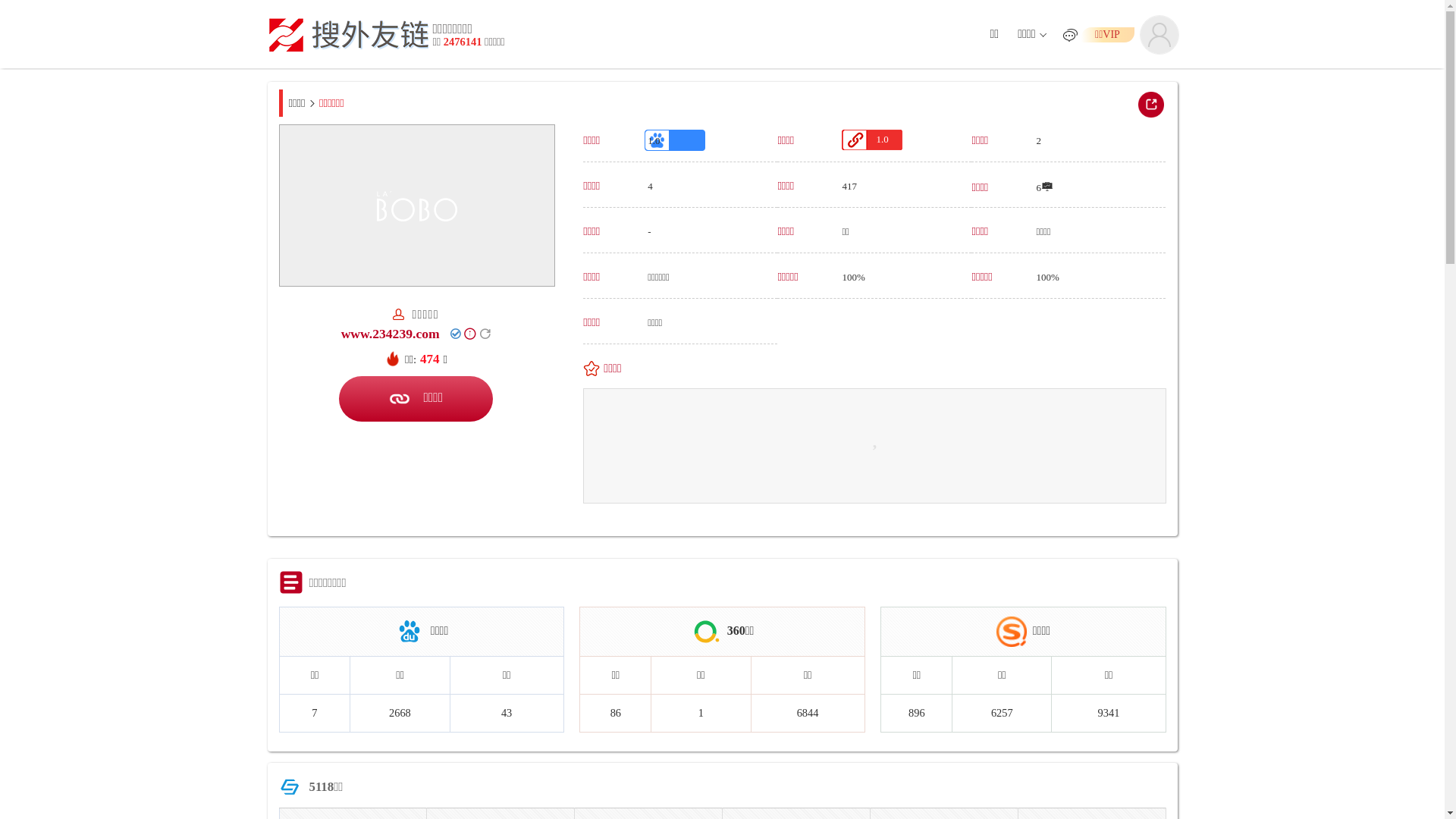 This screenshot has height=819, width=1456. I want to click on 'www.234239.com', so click(390, 332).